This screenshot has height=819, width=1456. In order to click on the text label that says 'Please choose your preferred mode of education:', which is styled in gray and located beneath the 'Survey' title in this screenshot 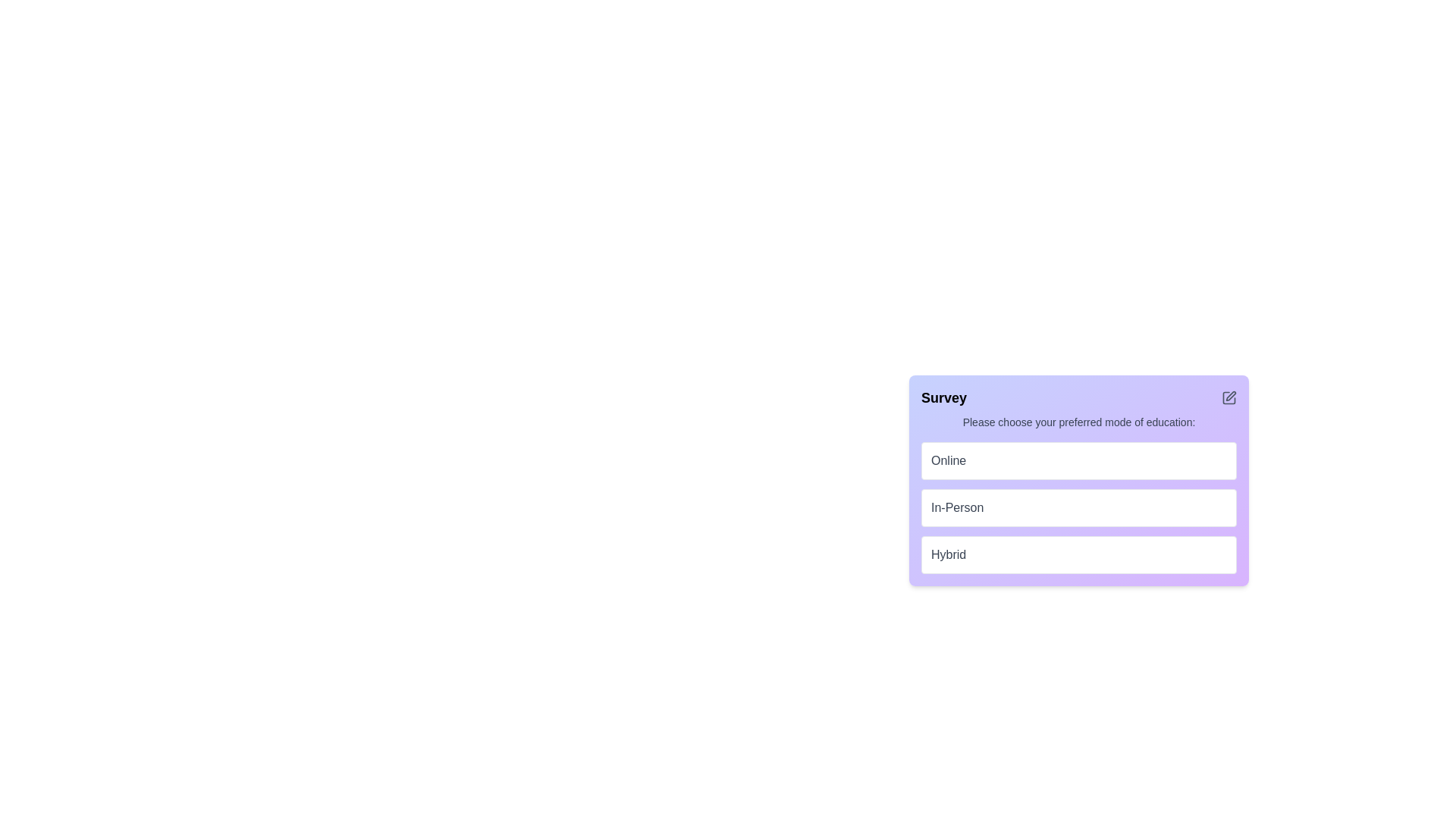, I will do `click(1078, 422)`.